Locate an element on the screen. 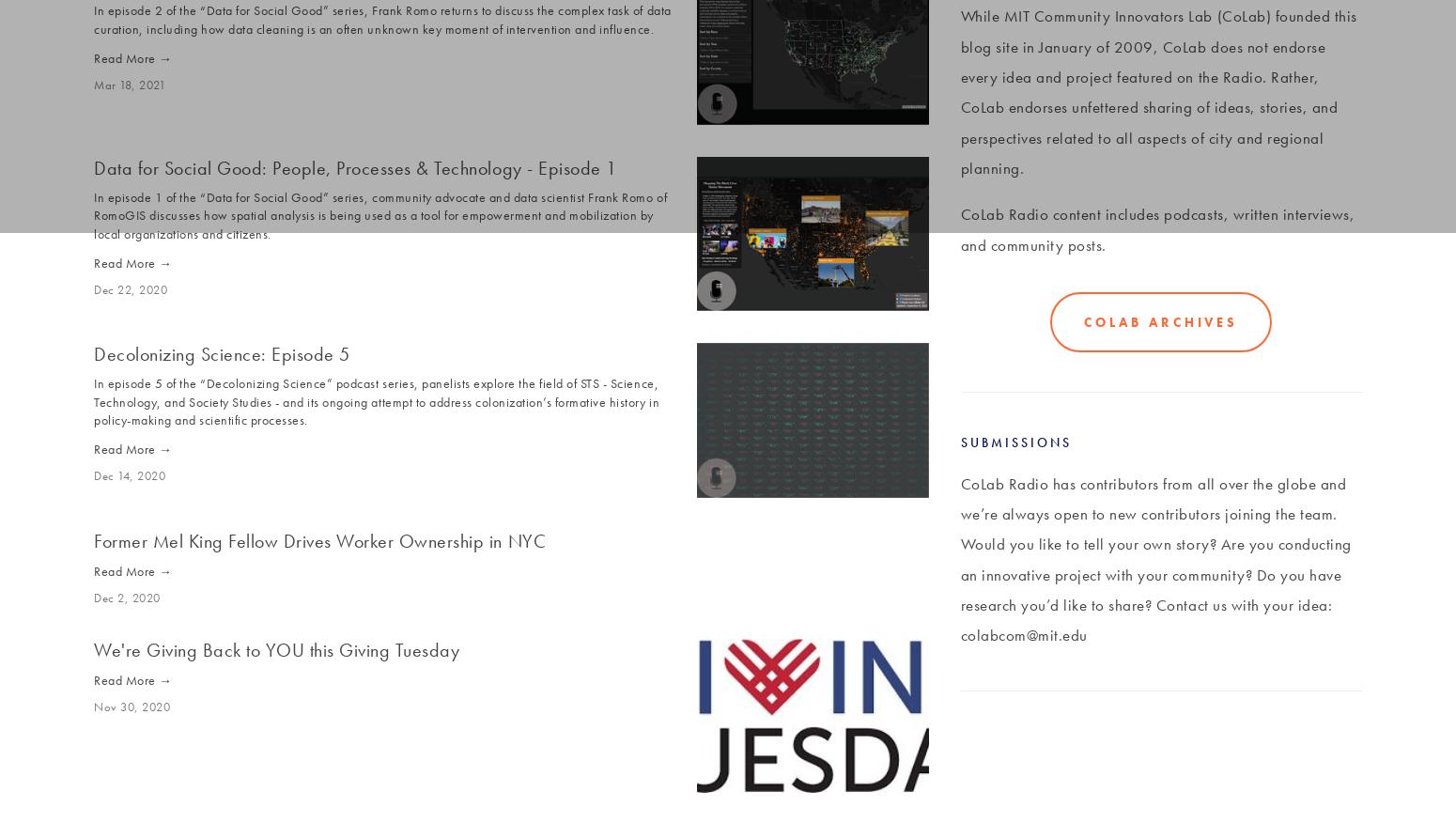 This screenshot has height=823, width=1456. 'Mar 18, 2021' is located at coordinates (129, 84).